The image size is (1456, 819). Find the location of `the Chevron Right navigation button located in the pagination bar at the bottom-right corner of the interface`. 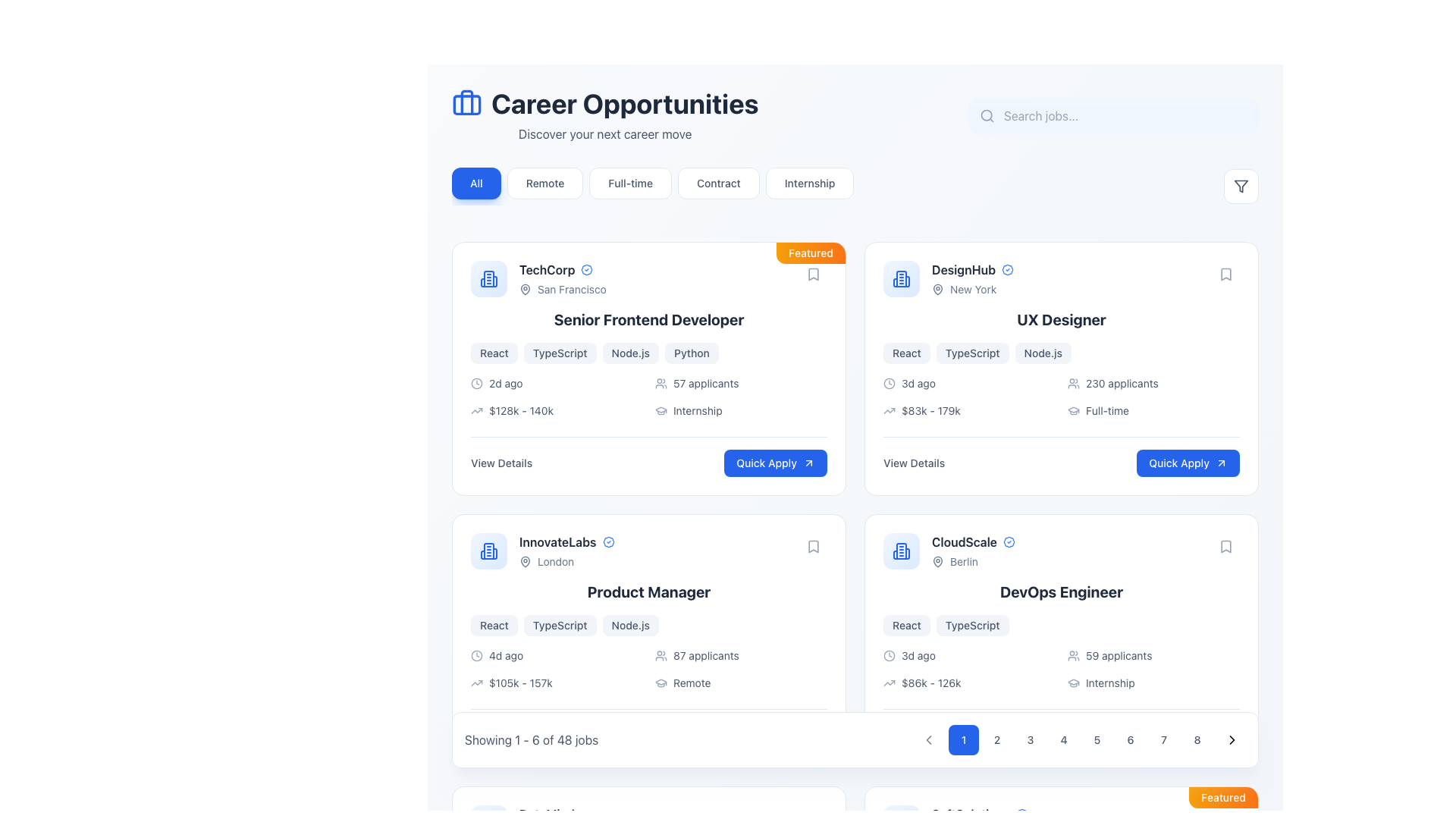

the Chevron Right navigation button located in the pagination bar at the bottom-right corner of the interface is located at coordinates (1232, 739).